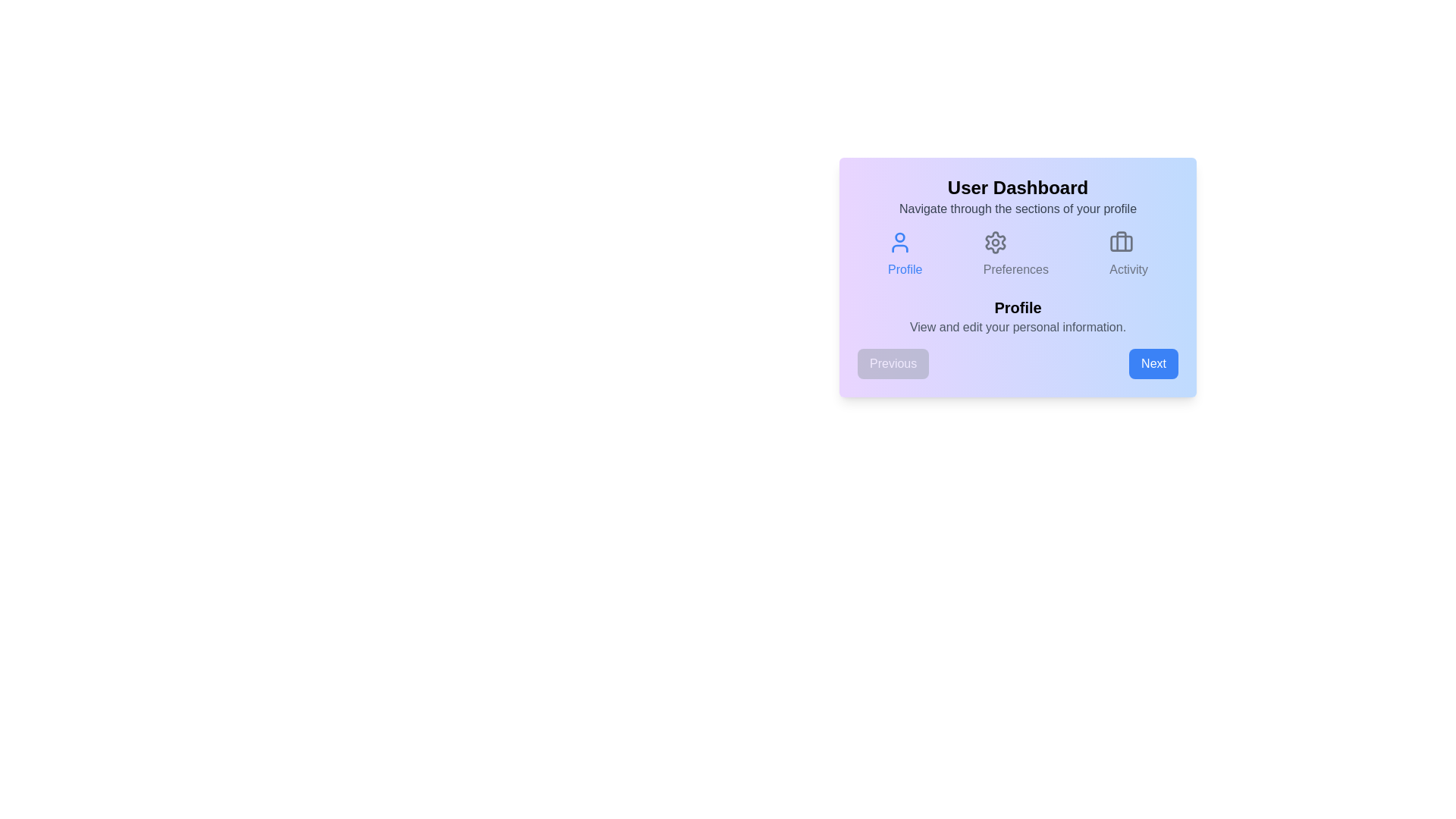 This screenshot has width=1456, height=819. I want to click on 'Next' button to navigate to the next step, so click(1153, 363).